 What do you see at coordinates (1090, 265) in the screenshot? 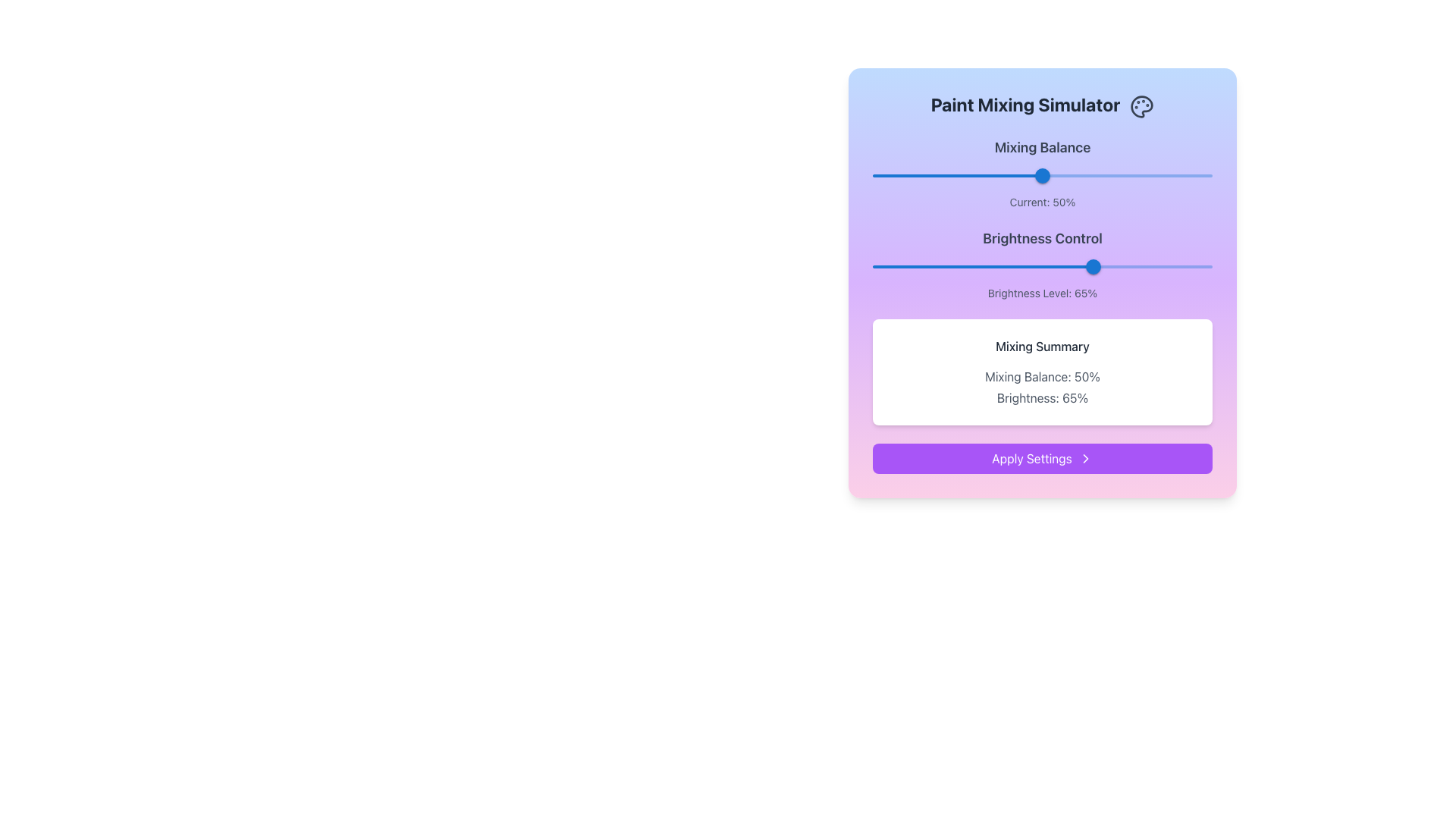
I see `the Brightness Control slider` at bounding box center [1090, 265].